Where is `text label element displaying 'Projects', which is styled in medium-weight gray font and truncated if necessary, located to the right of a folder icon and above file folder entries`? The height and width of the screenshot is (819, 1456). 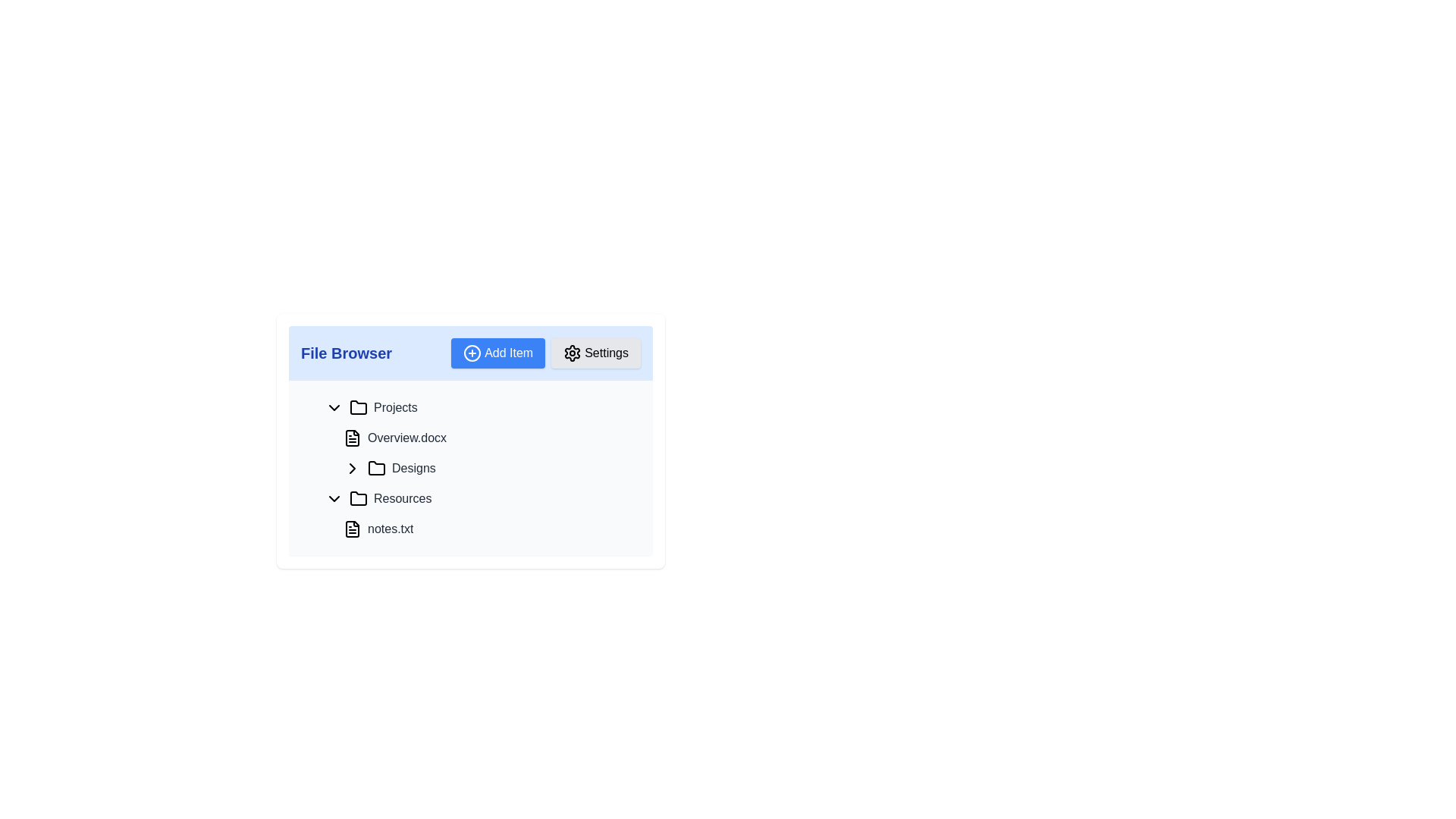
text label element displaying 'Projects', which is styled in medium-weight gray font and truncated if necessary, located to the right of a folder icon and above file folder entries is located at coordinates (395, 406).